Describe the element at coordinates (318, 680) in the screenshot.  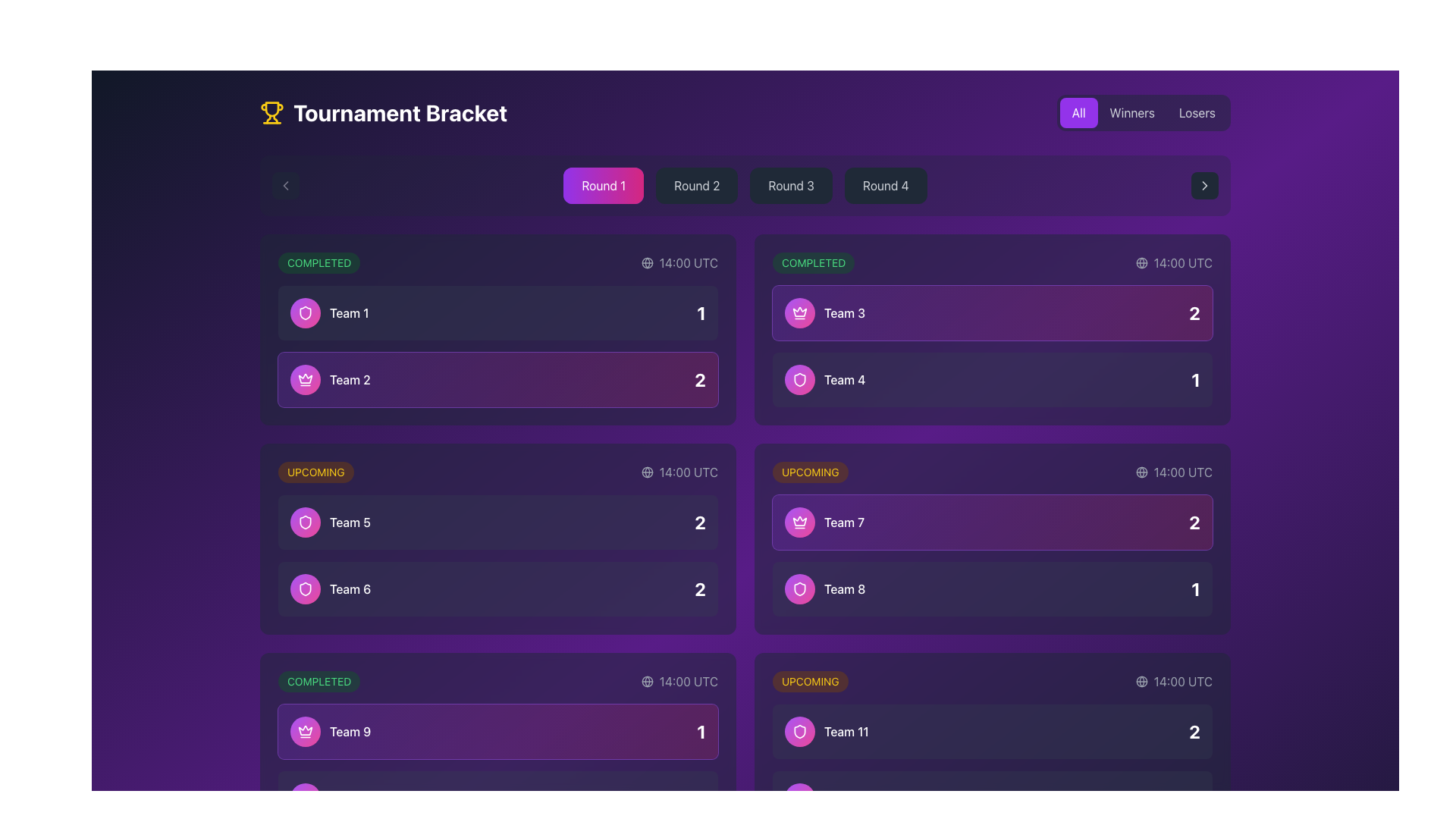
I see `the status label displaying 'COMPLETED', which has a dark green rounded rectangle background and green text` at that location.